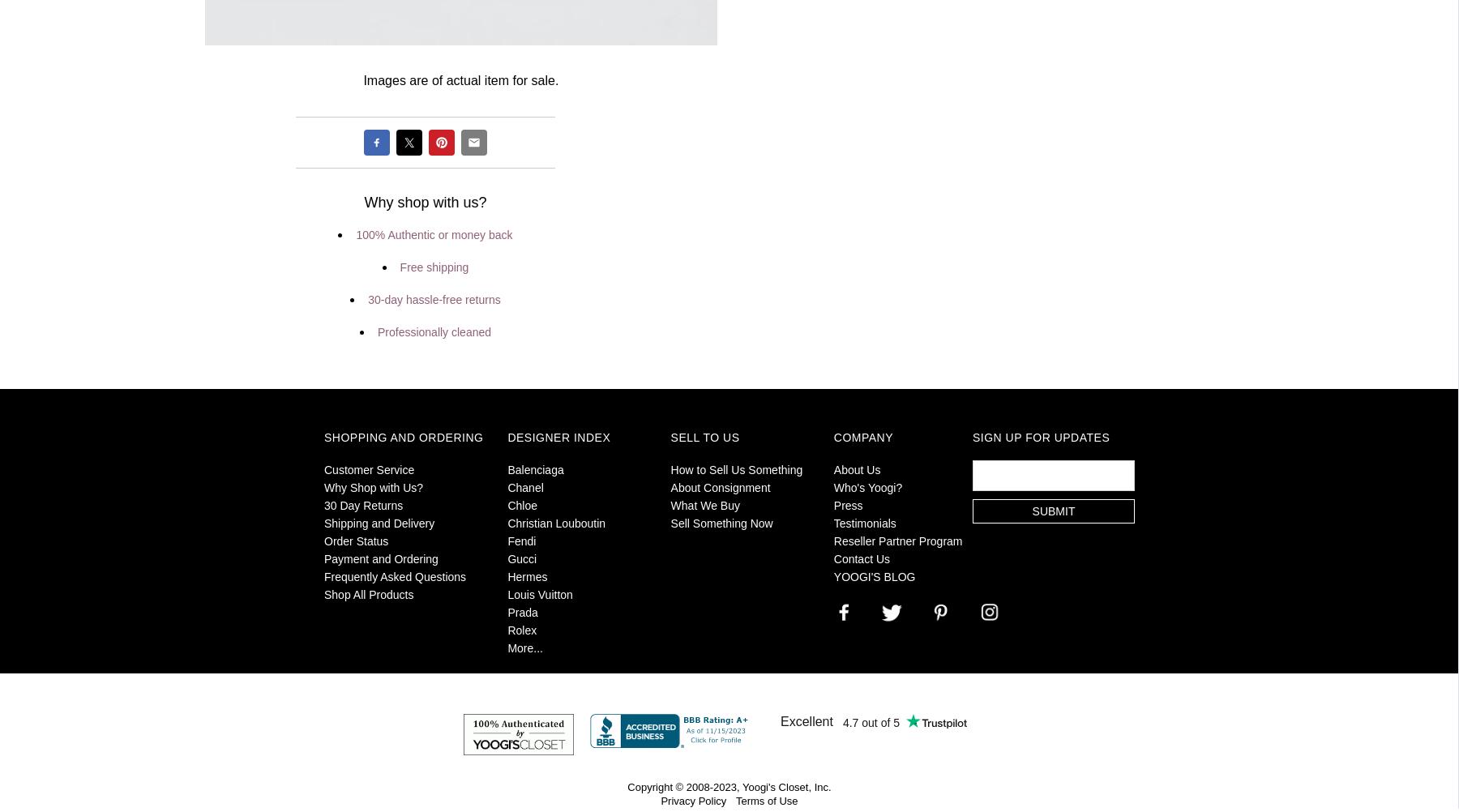  I want to click on 'Free shipping', so click(433, 265).